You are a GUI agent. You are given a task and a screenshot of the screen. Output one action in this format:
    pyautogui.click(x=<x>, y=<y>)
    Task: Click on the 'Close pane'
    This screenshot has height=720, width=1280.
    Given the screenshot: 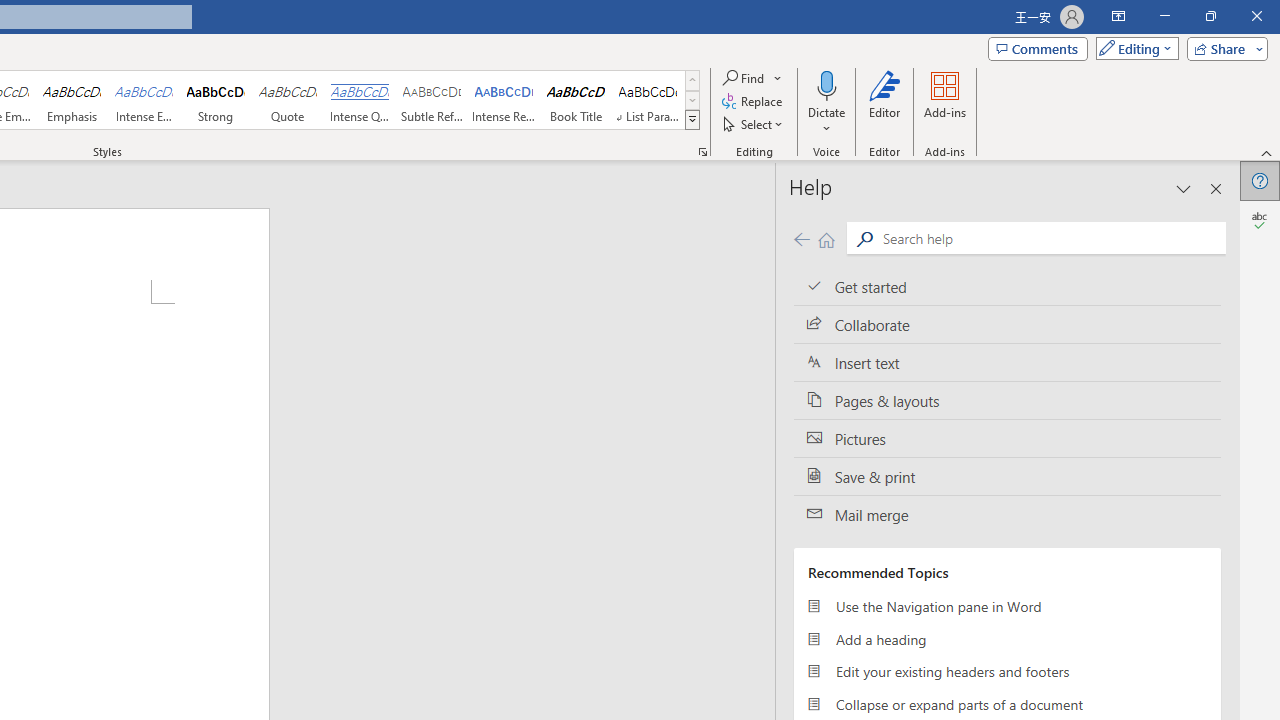 What is the action you would take?
    pyautogui.click(x=1215, y=189)
    